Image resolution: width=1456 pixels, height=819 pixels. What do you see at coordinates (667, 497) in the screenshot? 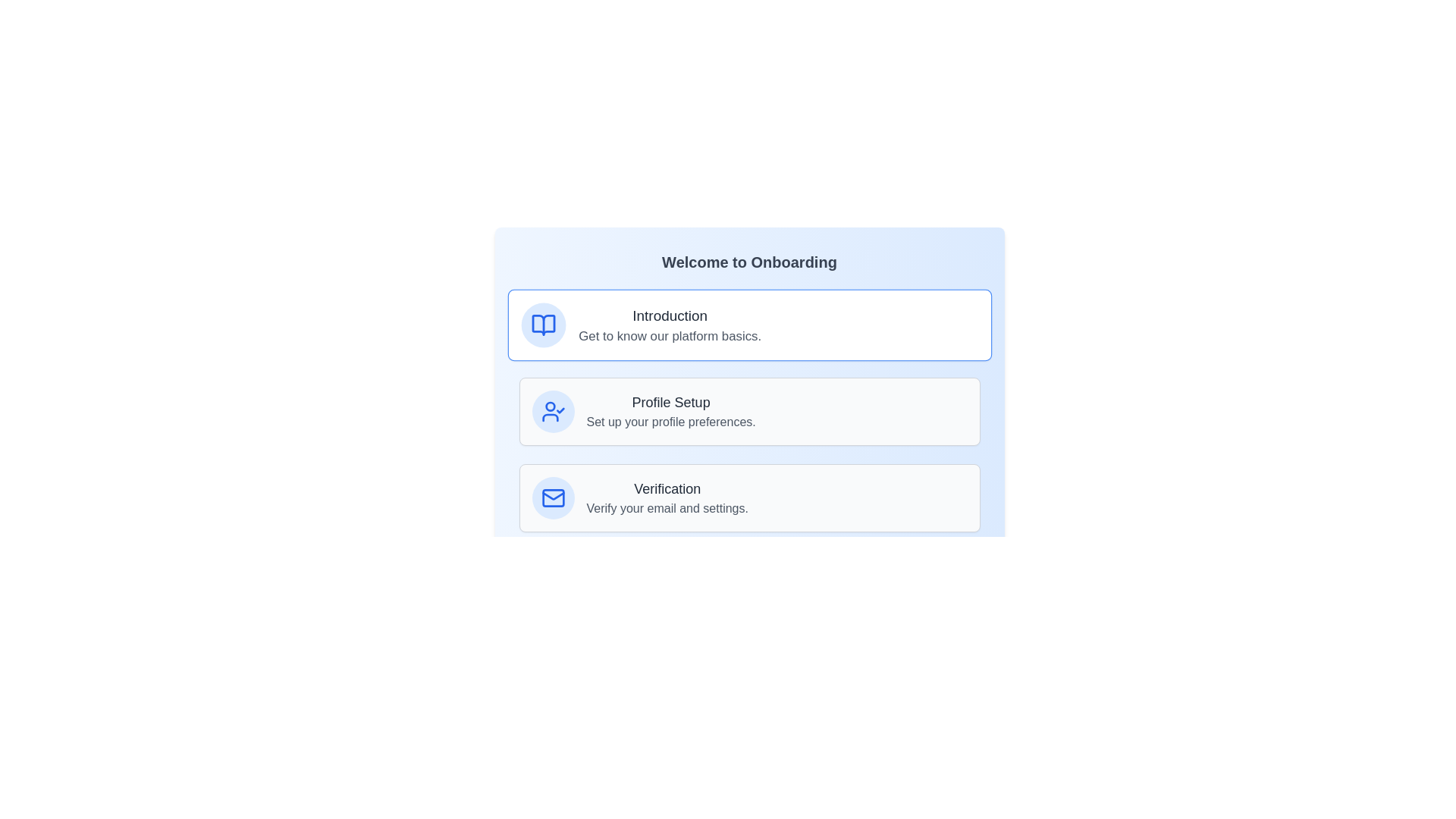
I see `text block containing 'Verification' and 'Verify your email and settings.' which is the third item in the onboarding steps` at bounding box center [667, 497].